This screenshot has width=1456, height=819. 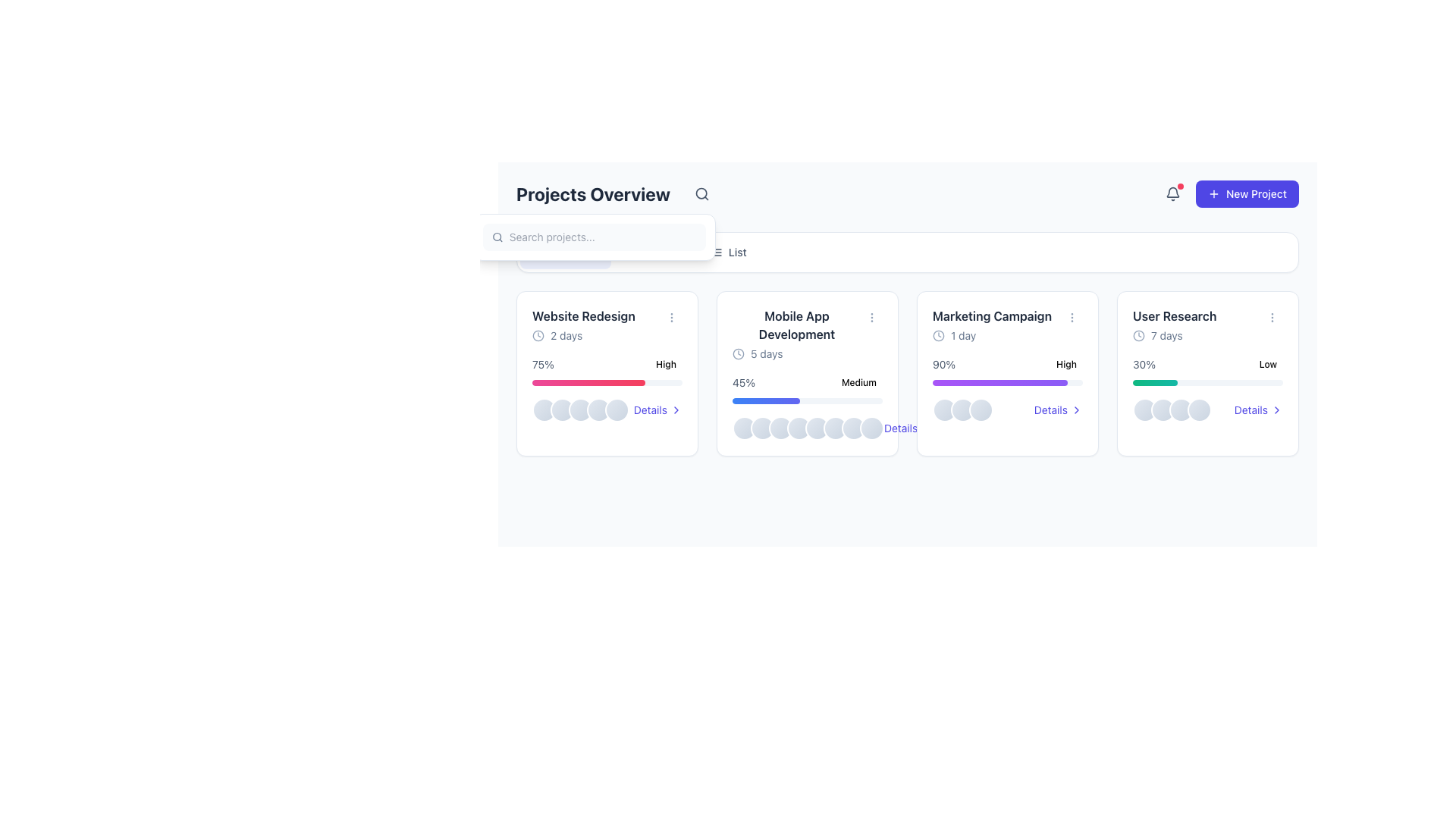 What do you see at coordinates (1247, 193) in the screenshot?
I see `the indigo button with a white plus sign icon and the text 'New Project' located at the top-right of the interface` at bounding box center [1247, 193].